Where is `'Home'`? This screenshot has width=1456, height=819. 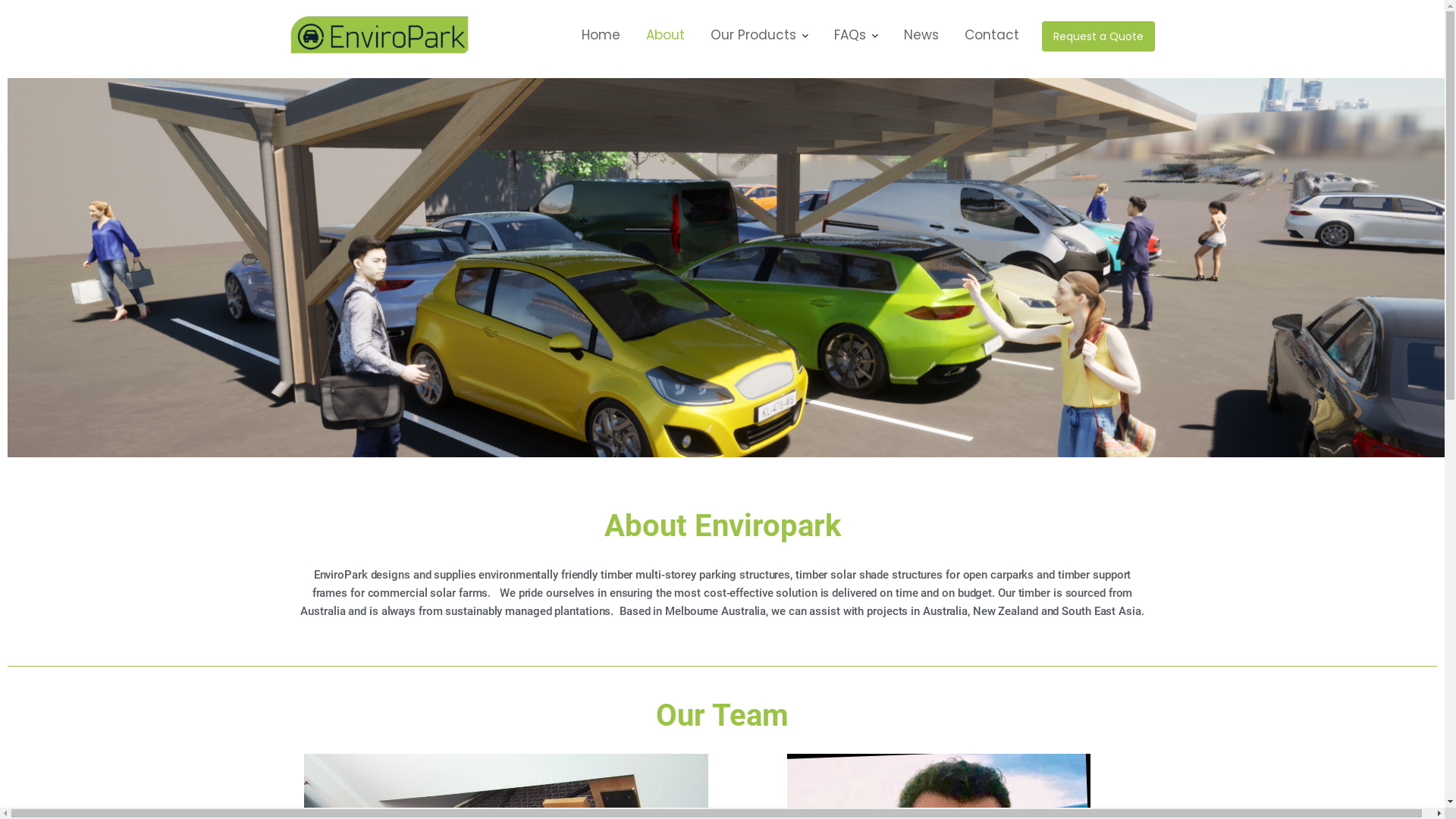
'Home' is located at coordinates (600, 34).